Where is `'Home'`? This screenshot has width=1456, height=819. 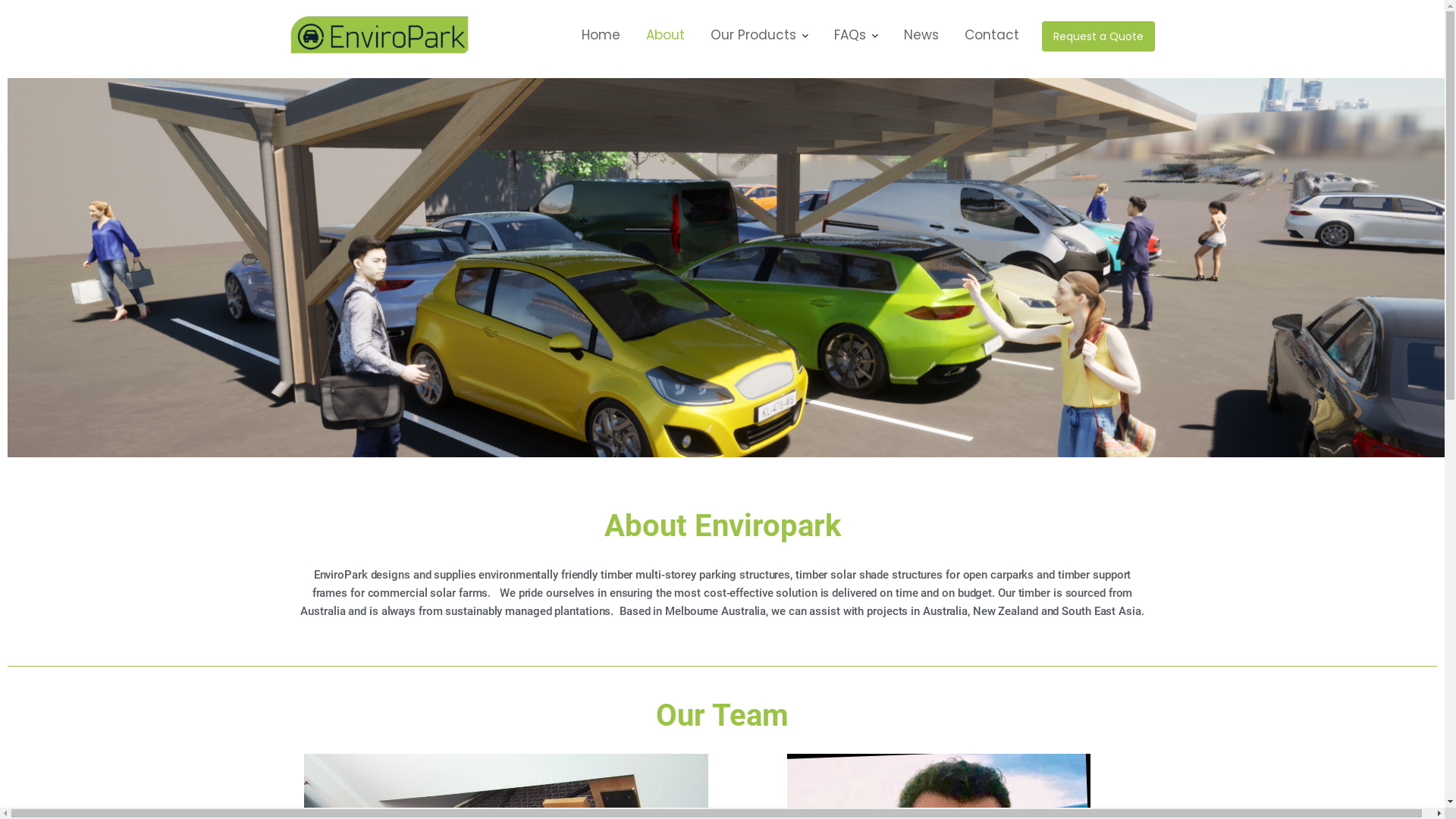
'Home' is located at coordinates (600, 34).